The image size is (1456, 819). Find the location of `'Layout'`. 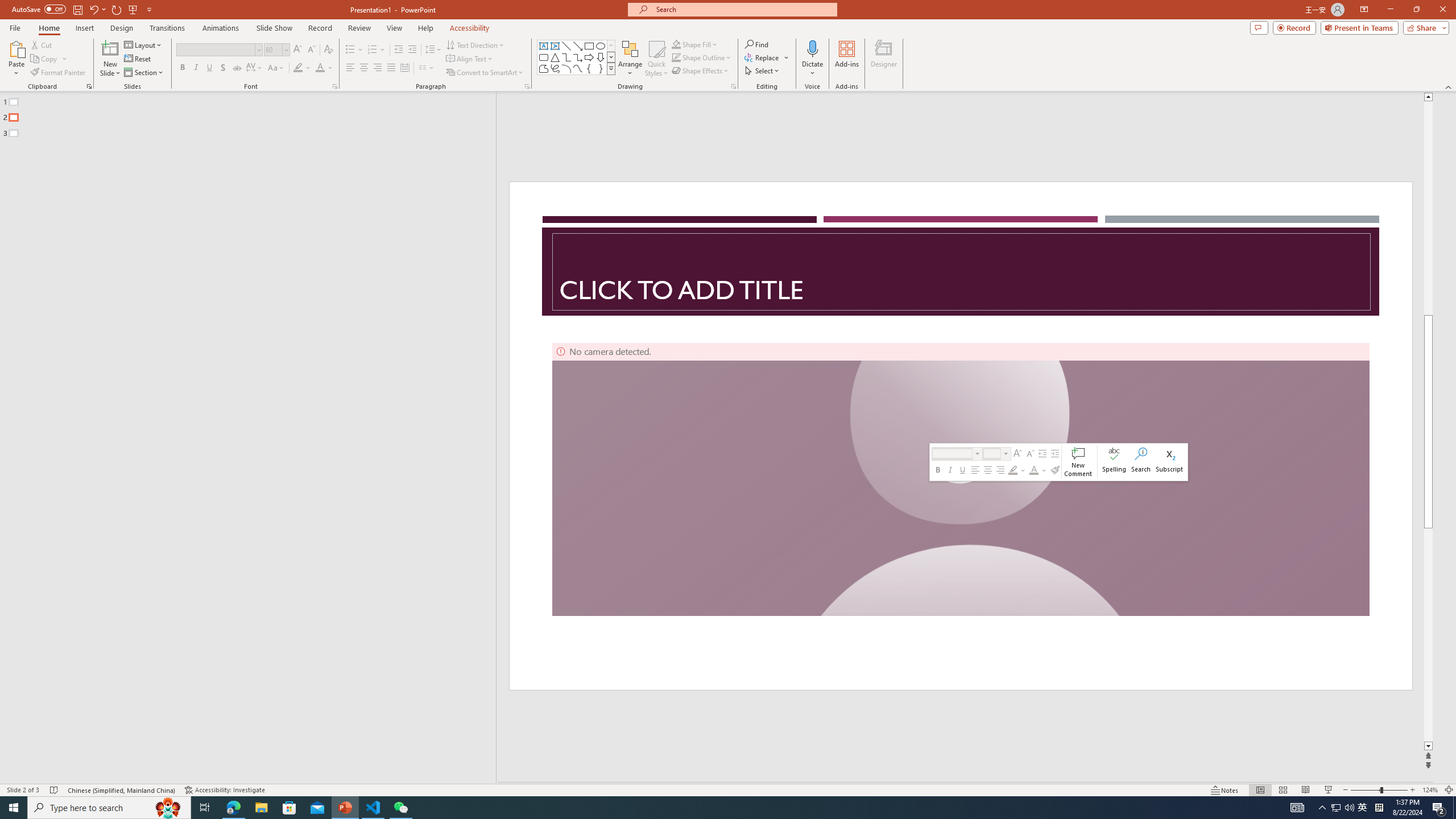

'Layout' is located at coordinates (143, 44).